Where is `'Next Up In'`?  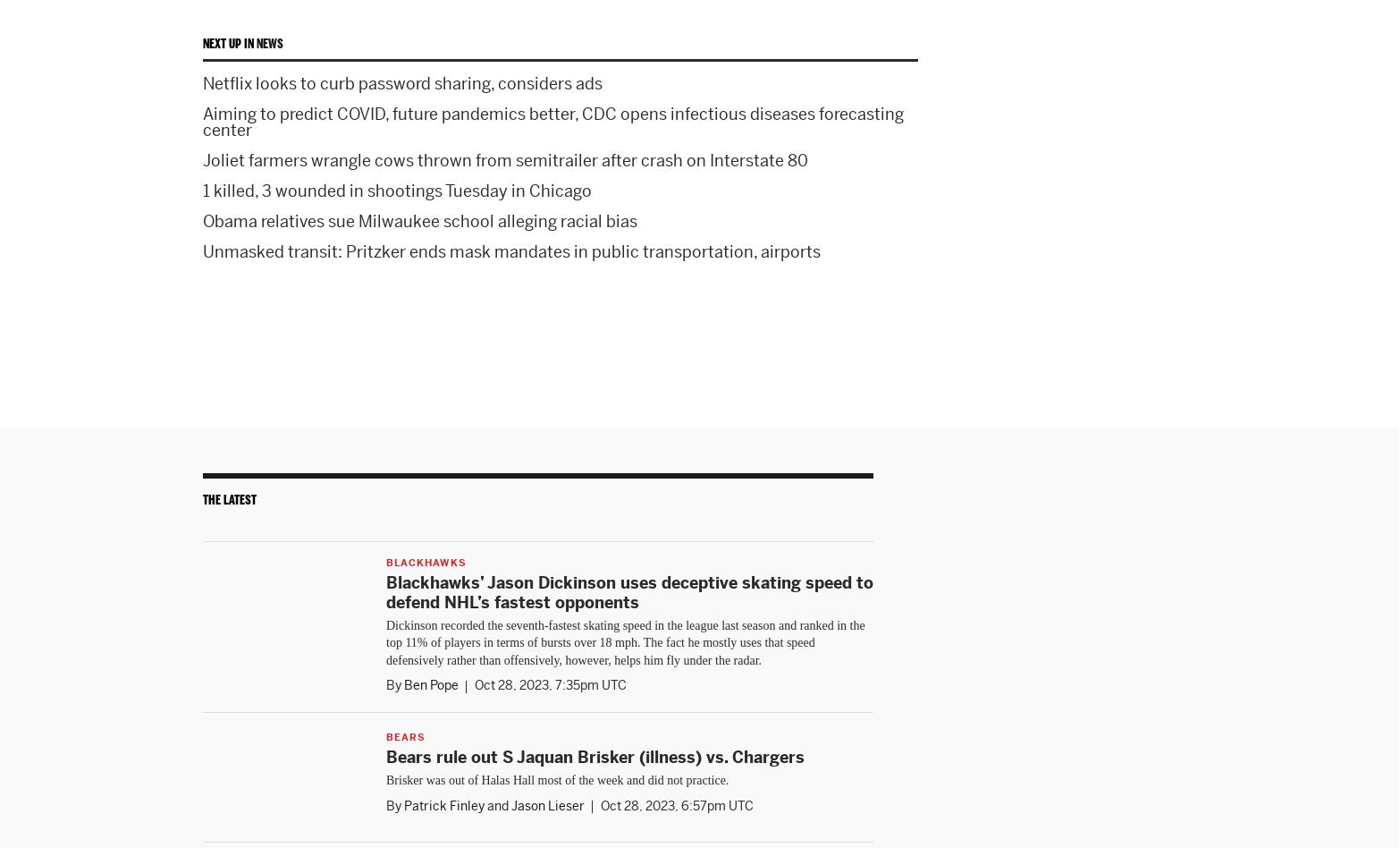 'Next Up In' is located at coordinates (229, 43).